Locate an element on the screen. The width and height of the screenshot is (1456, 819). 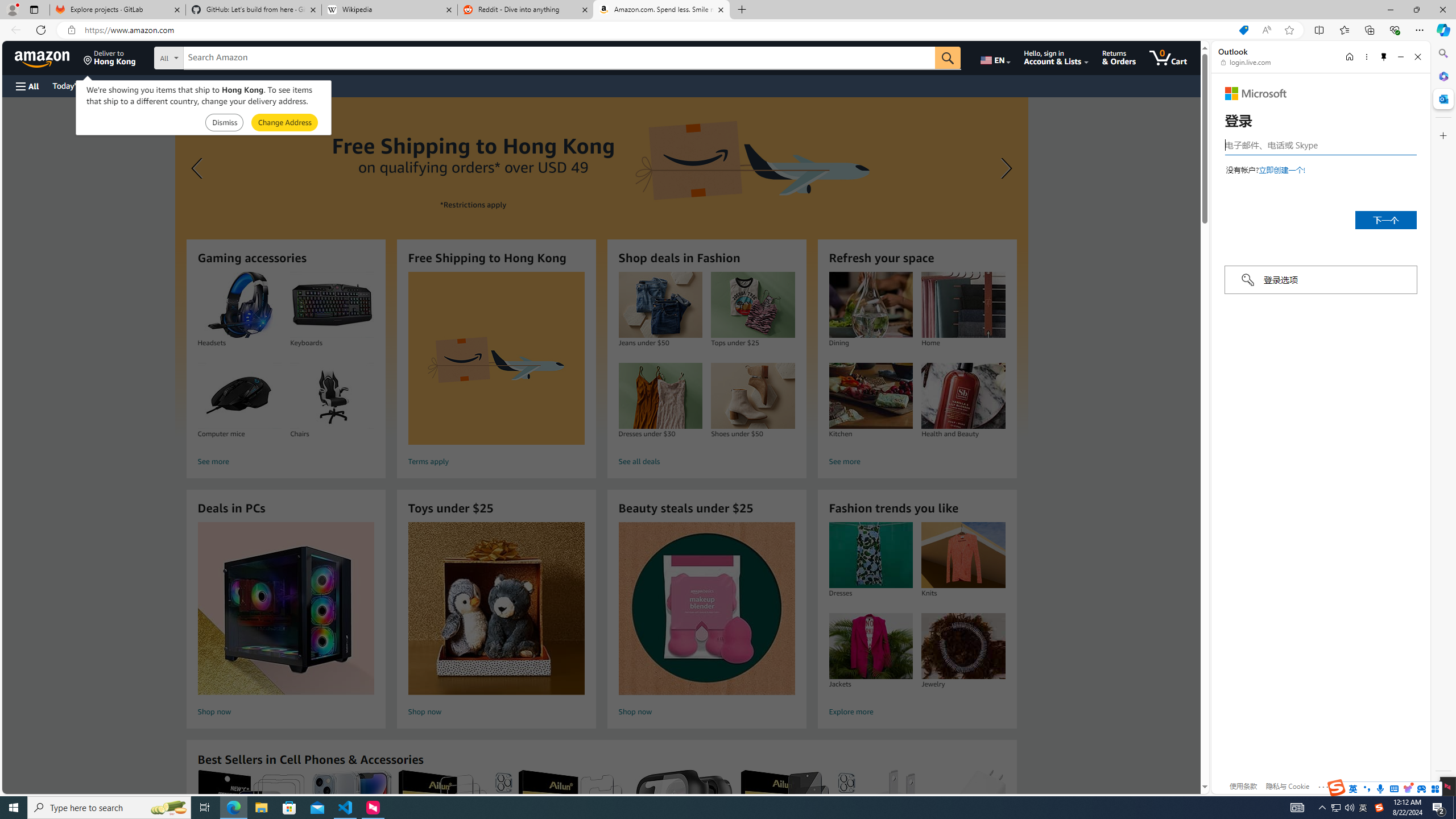
'See all deals' is located at coordinates (706, 461).